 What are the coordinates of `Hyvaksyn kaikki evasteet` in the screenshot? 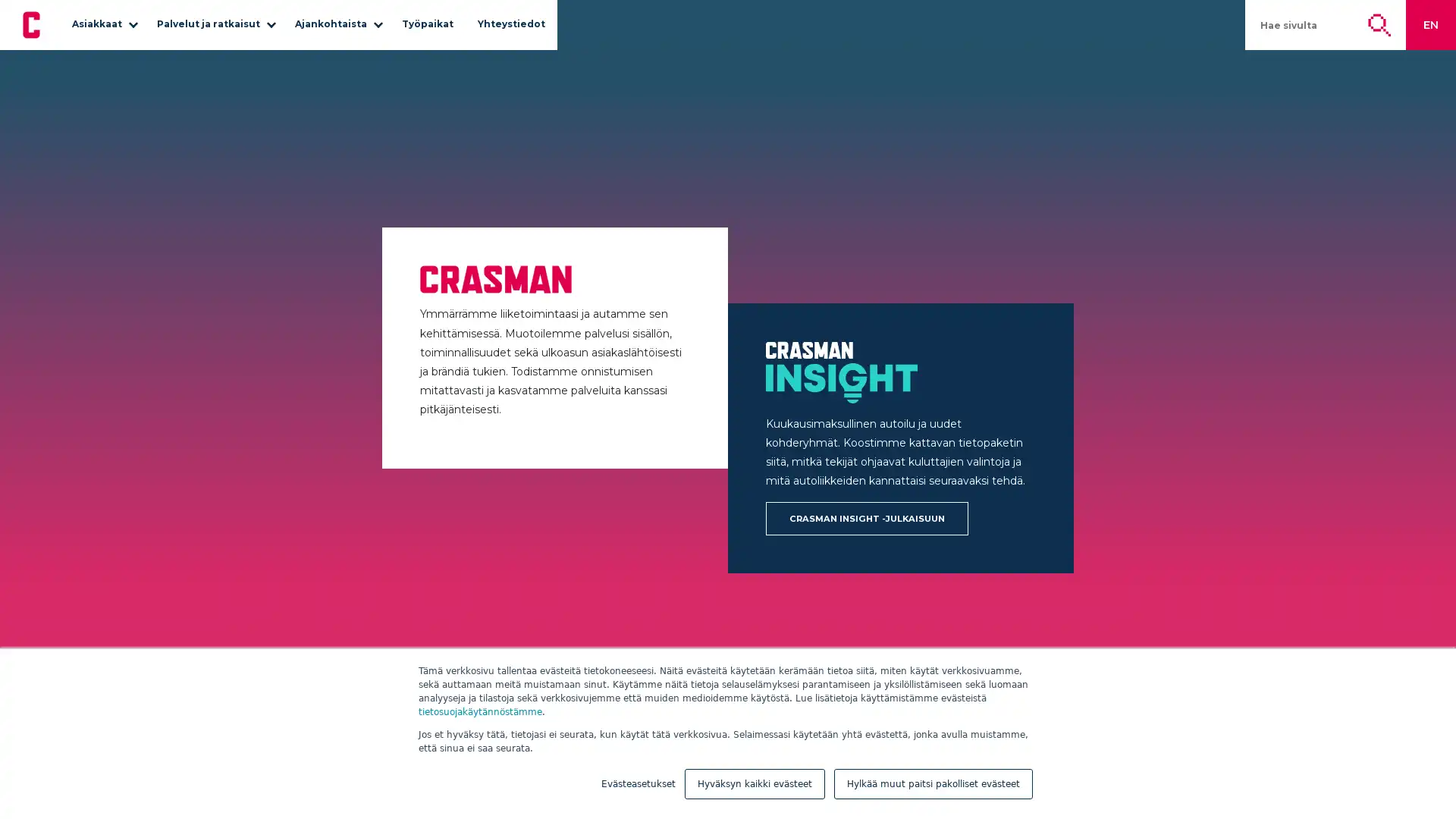 It's located at (755, 783).